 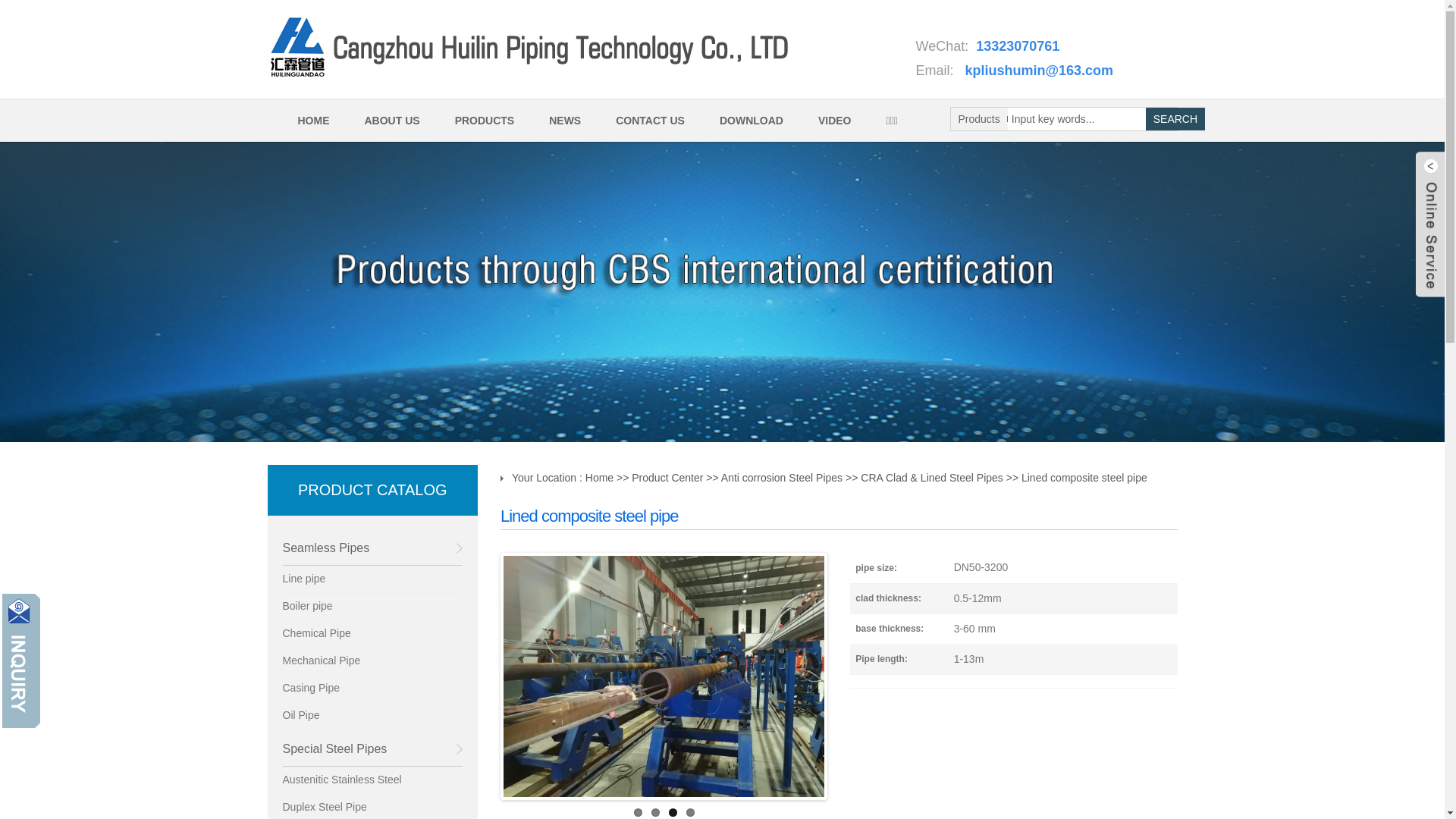 What do you see at coordinates (372, 716) in the screenshot?
I see `'Oil Pipe'` at bounding box center [372, 716].